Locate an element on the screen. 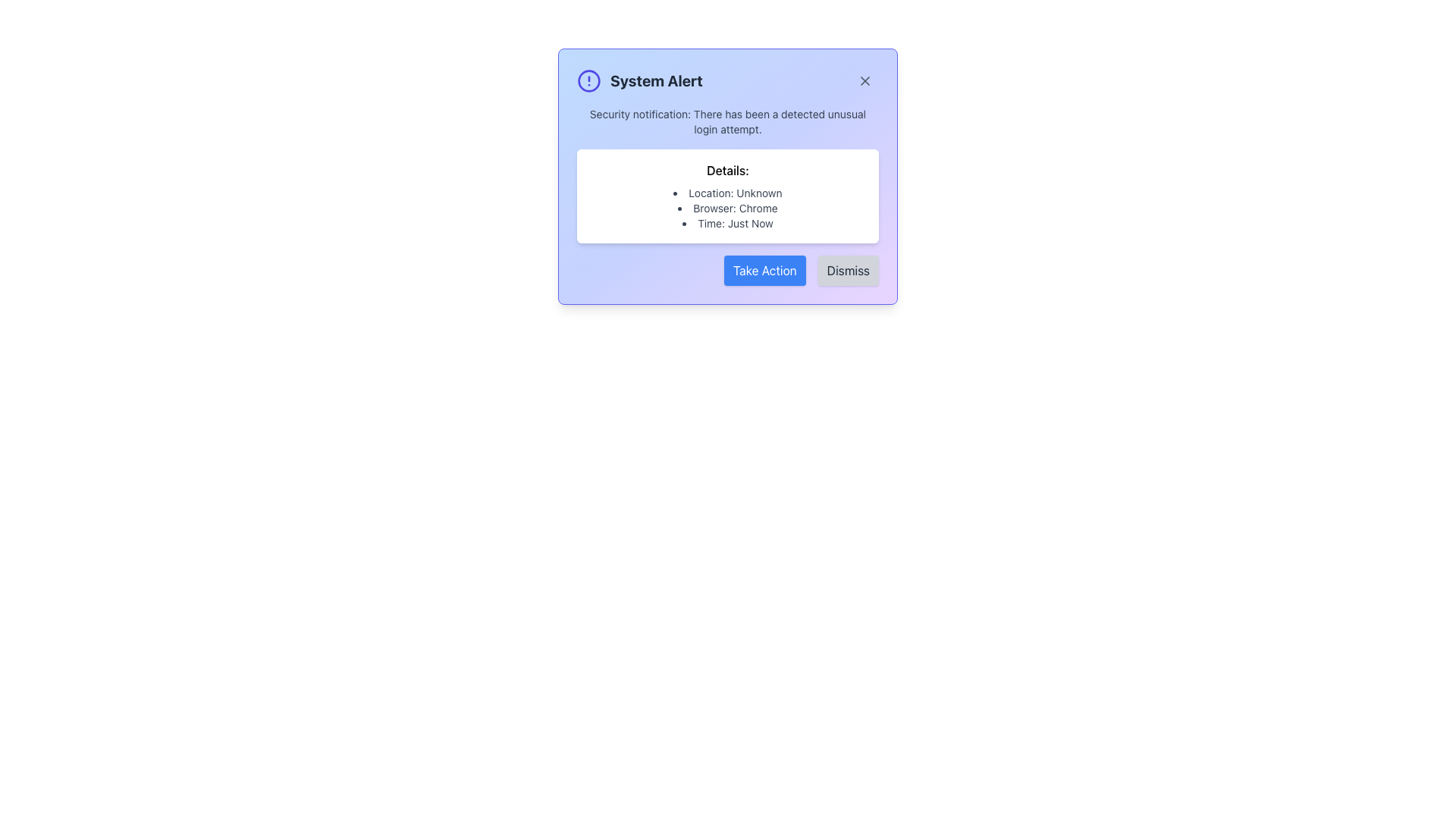  the close icon located at the top-right corner of the modal dialog box, adjacent to the title is located at coordinates (865, 81).